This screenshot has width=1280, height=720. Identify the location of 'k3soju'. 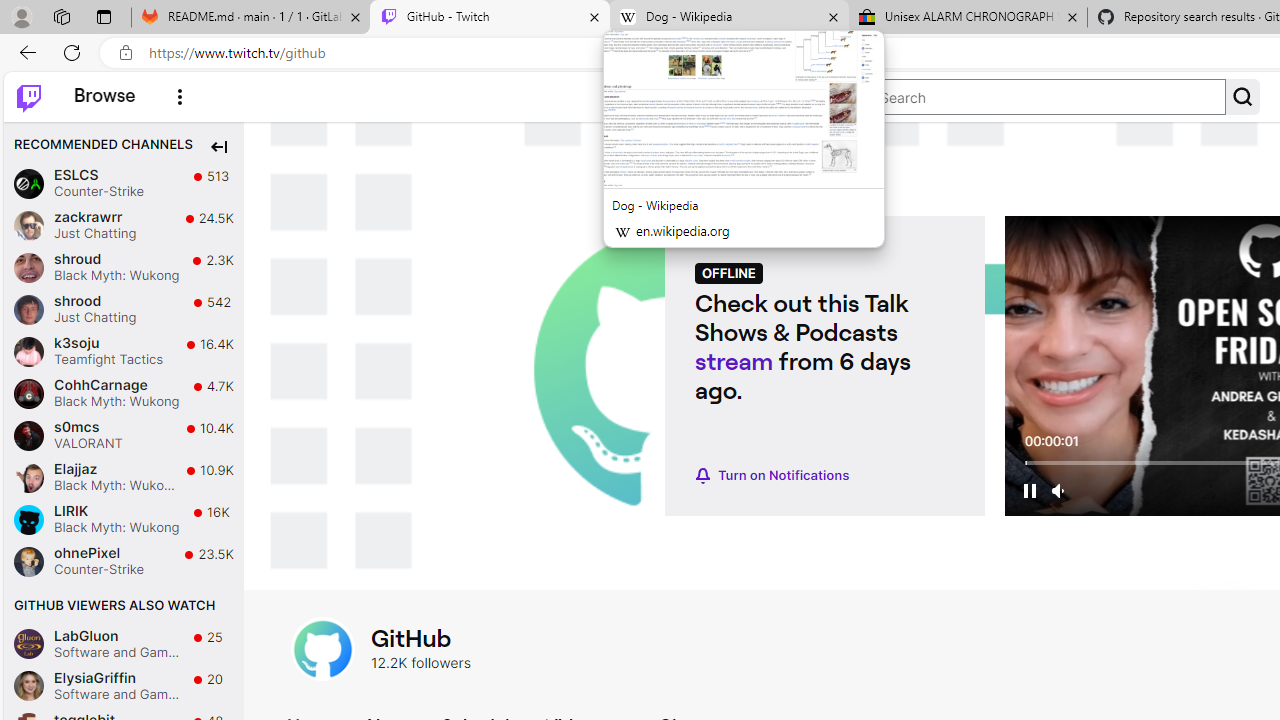
(28, 350).